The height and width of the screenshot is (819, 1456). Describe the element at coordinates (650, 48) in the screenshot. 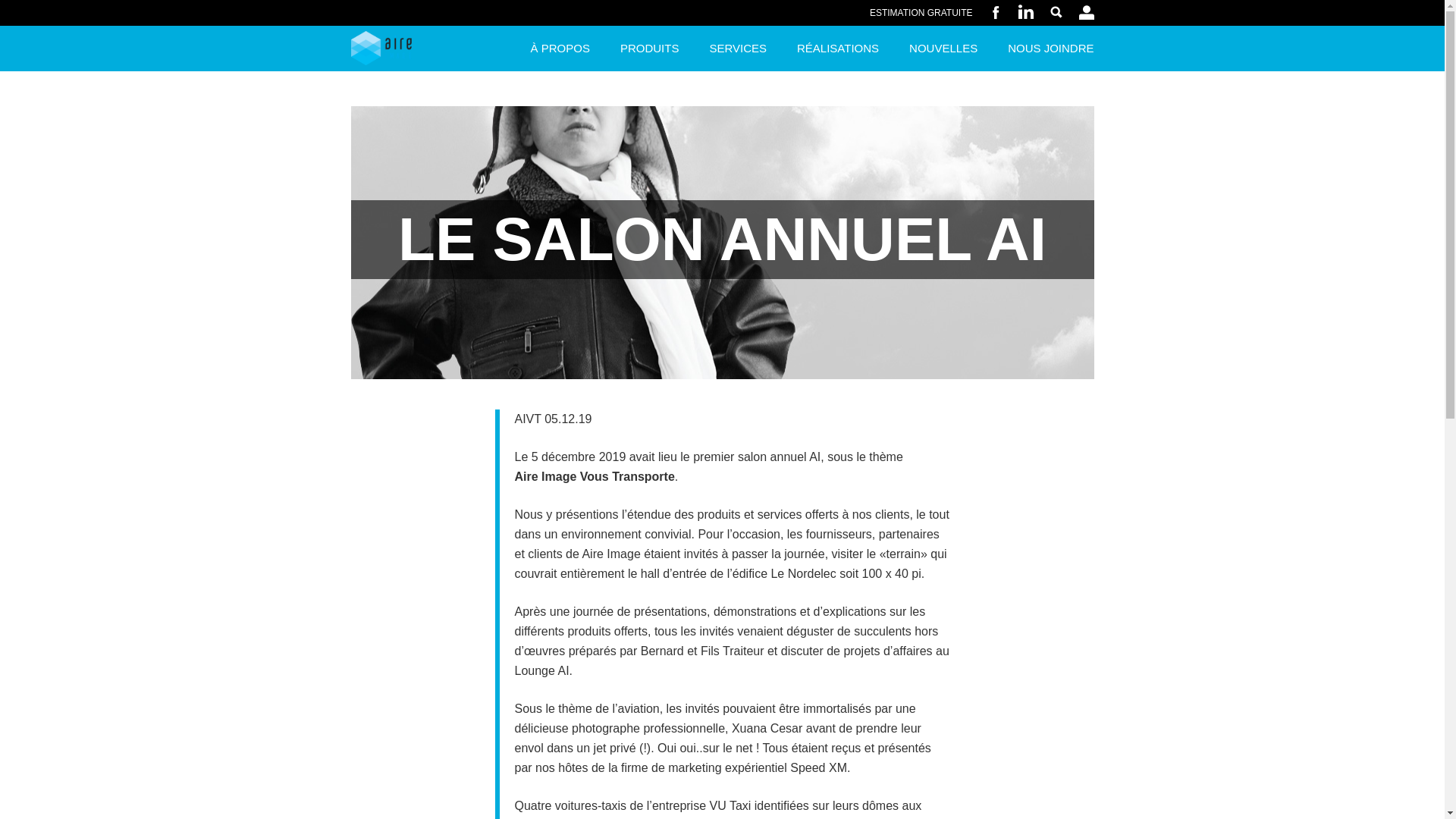

I see `'PRODUITS'` at that location.